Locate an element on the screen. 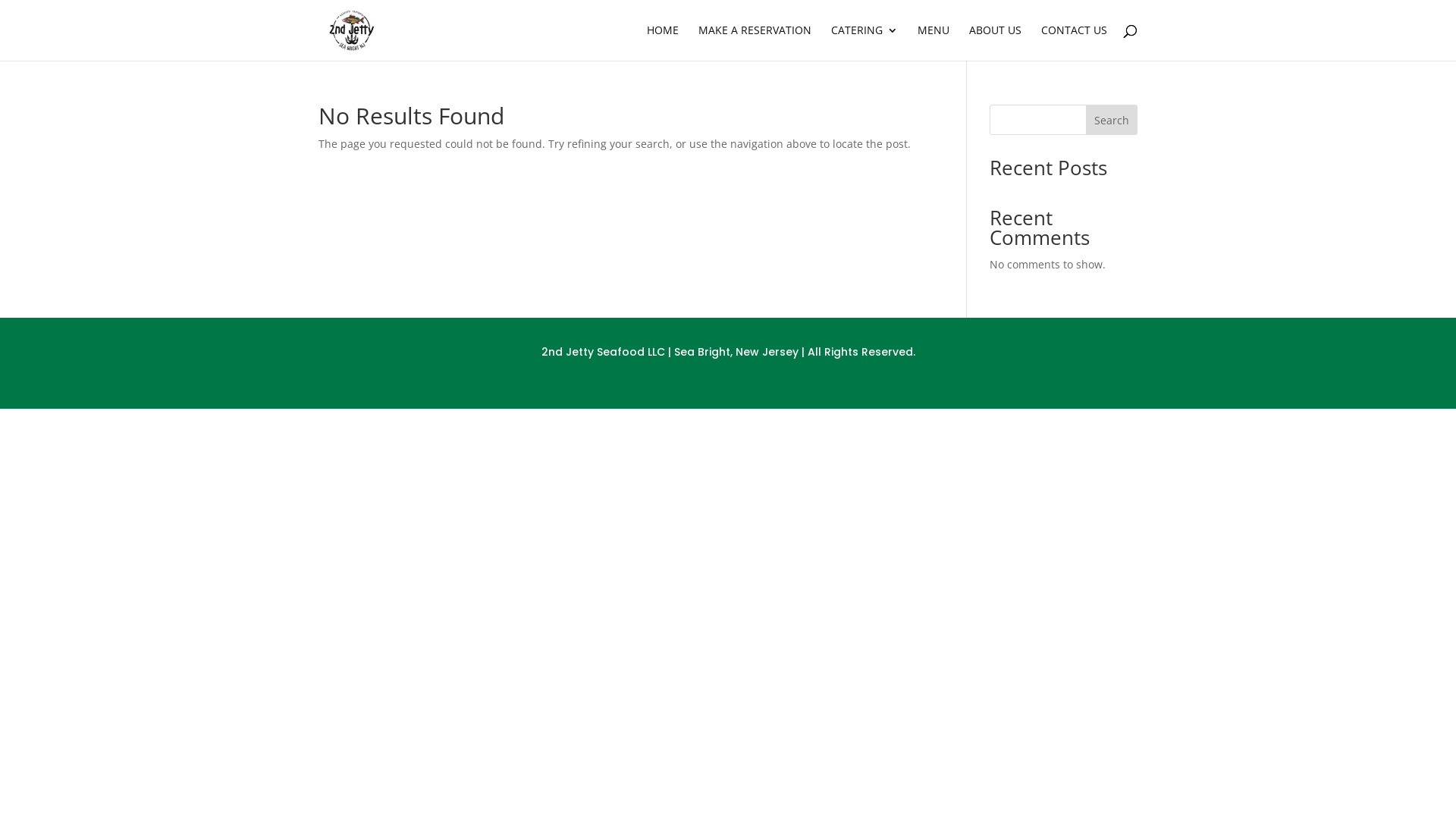 The image size is (1456, 819). 'CONTACT US' is located at coordinates (1040, 42).